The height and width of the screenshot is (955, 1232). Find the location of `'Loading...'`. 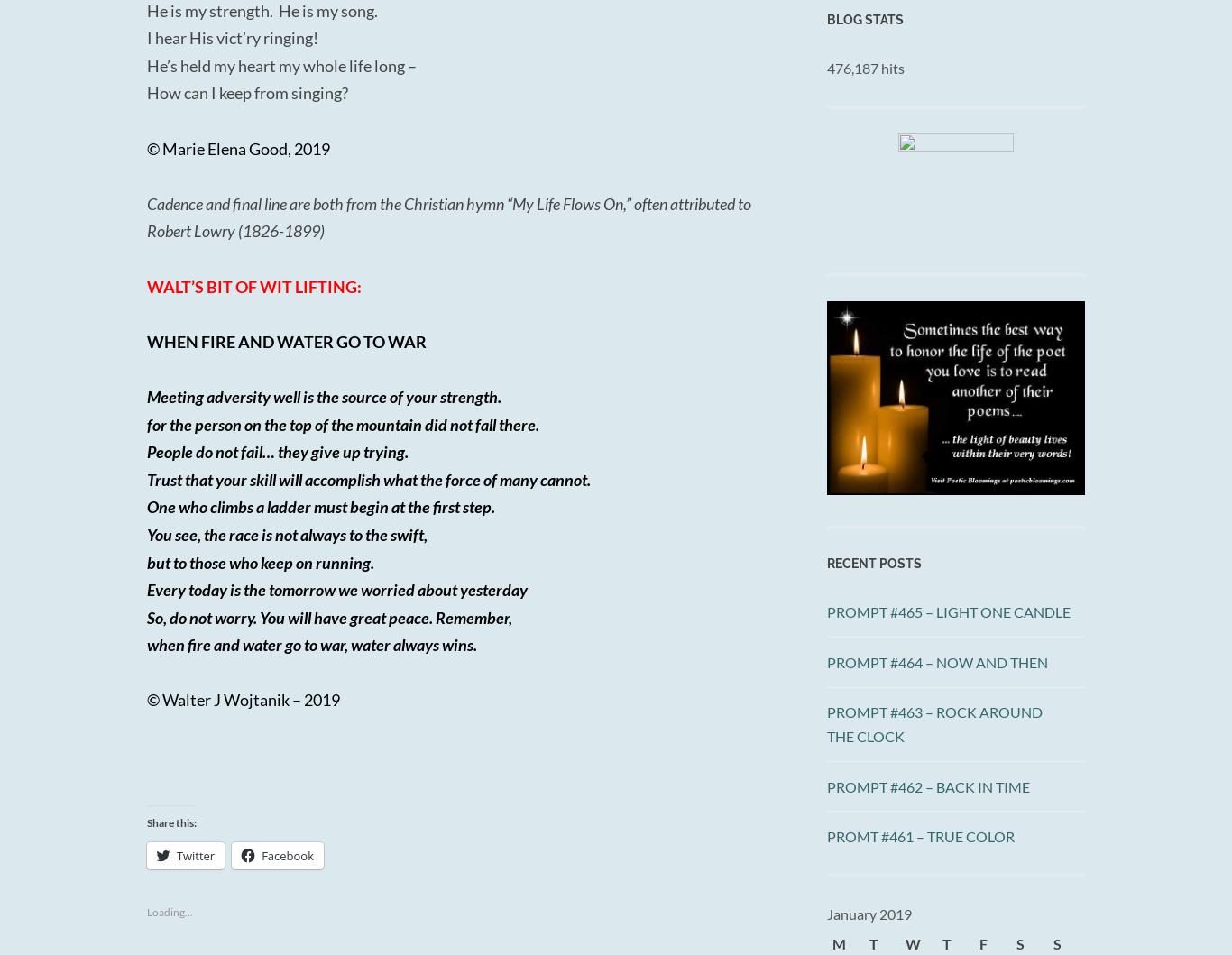

'Loading...' is located at coordinates (169, 911).